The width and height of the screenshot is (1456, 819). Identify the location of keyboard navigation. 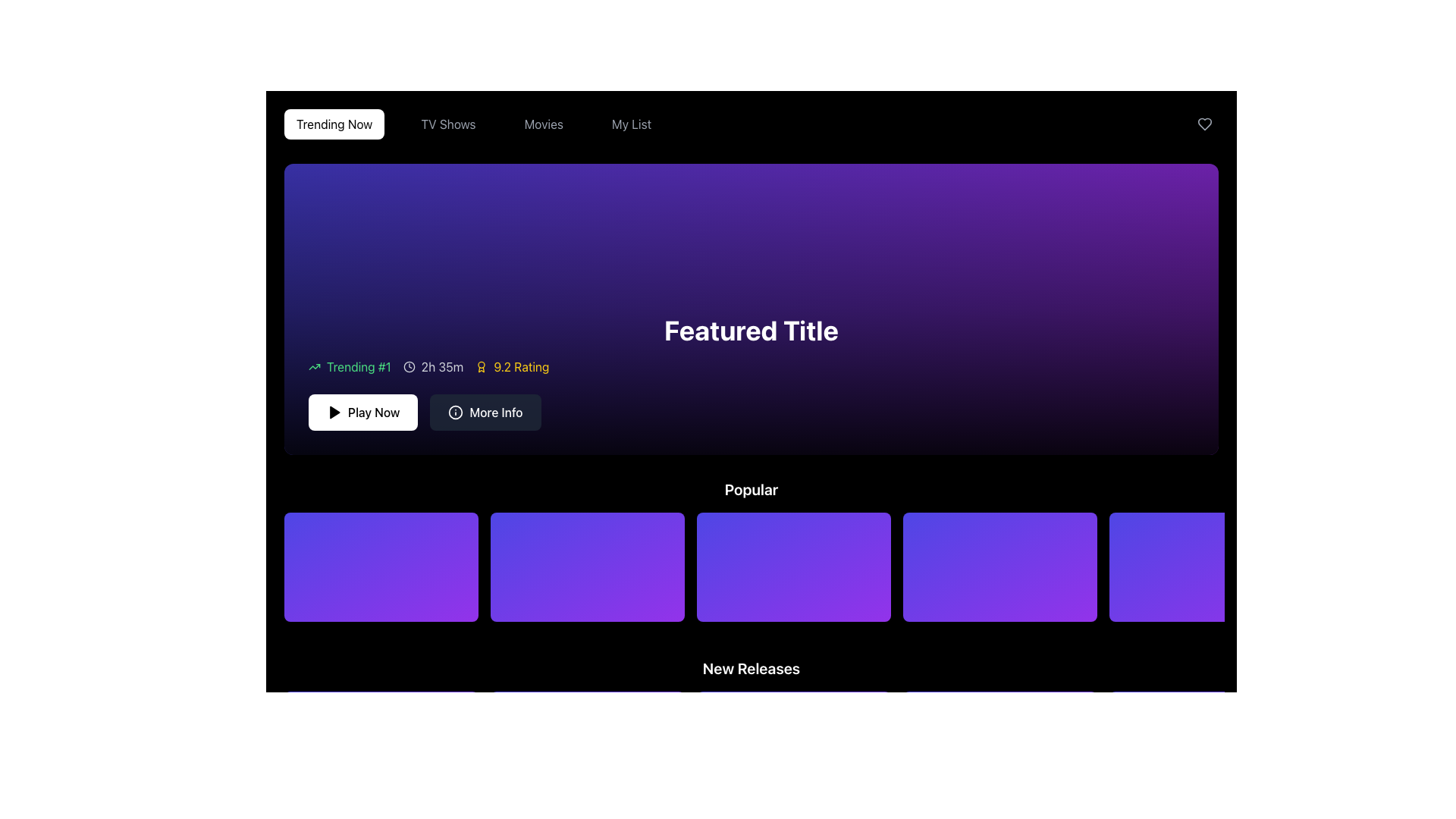
(485, 412).